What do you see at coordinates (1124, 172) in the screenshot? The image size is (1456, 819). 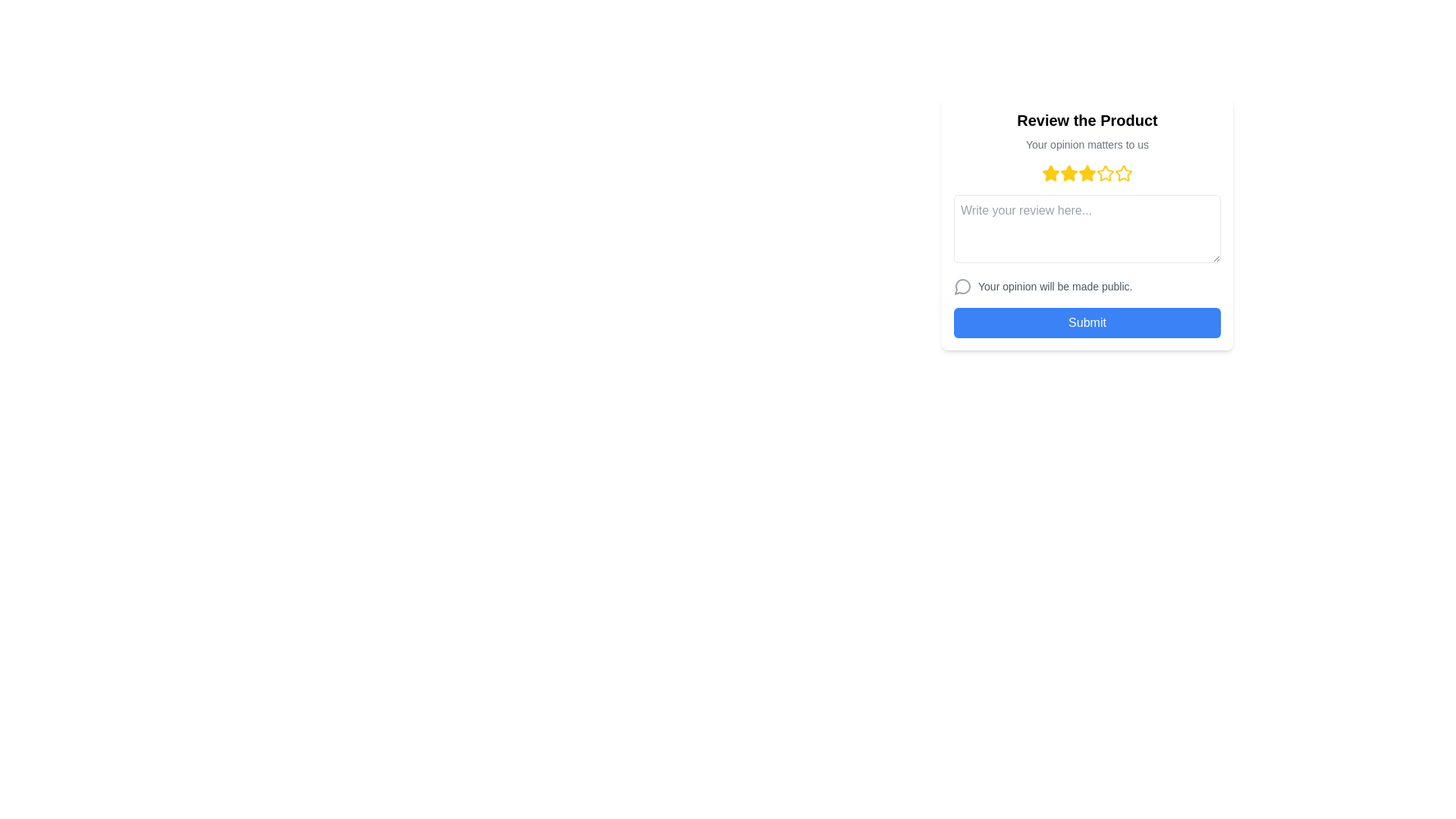 I see `the fourth star in the rating component` at bounding box center [1124, 172].